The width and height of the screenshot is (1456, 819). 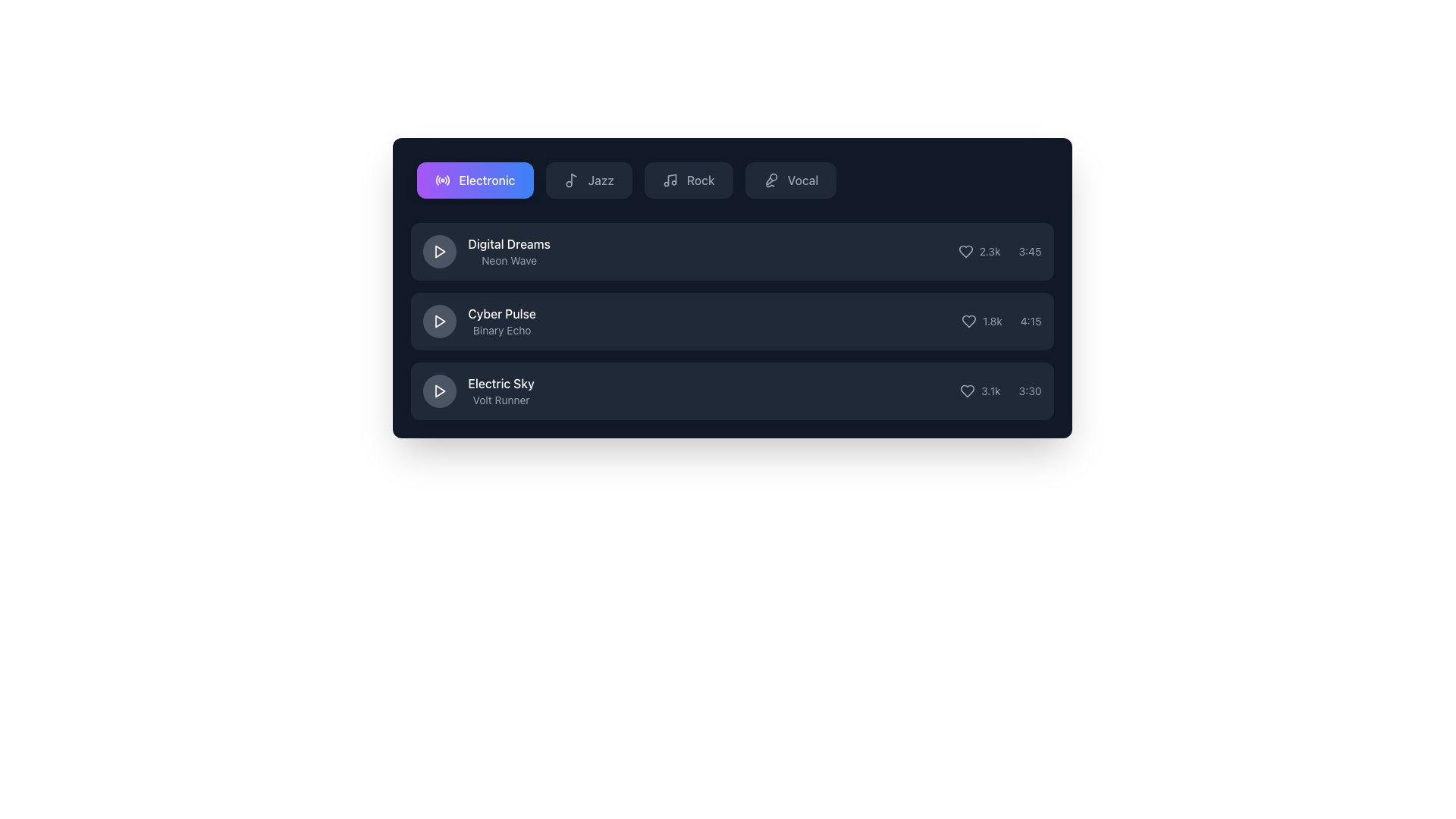 What do you see at coordinates (979, 250) in the screenshot?
I see `the likes or favorites icon and text combination for the 'Digital Dreams' entry, located in the first row of the list, adjacent to the duration indicator ('3:45')` at bounding box center [979, 250].